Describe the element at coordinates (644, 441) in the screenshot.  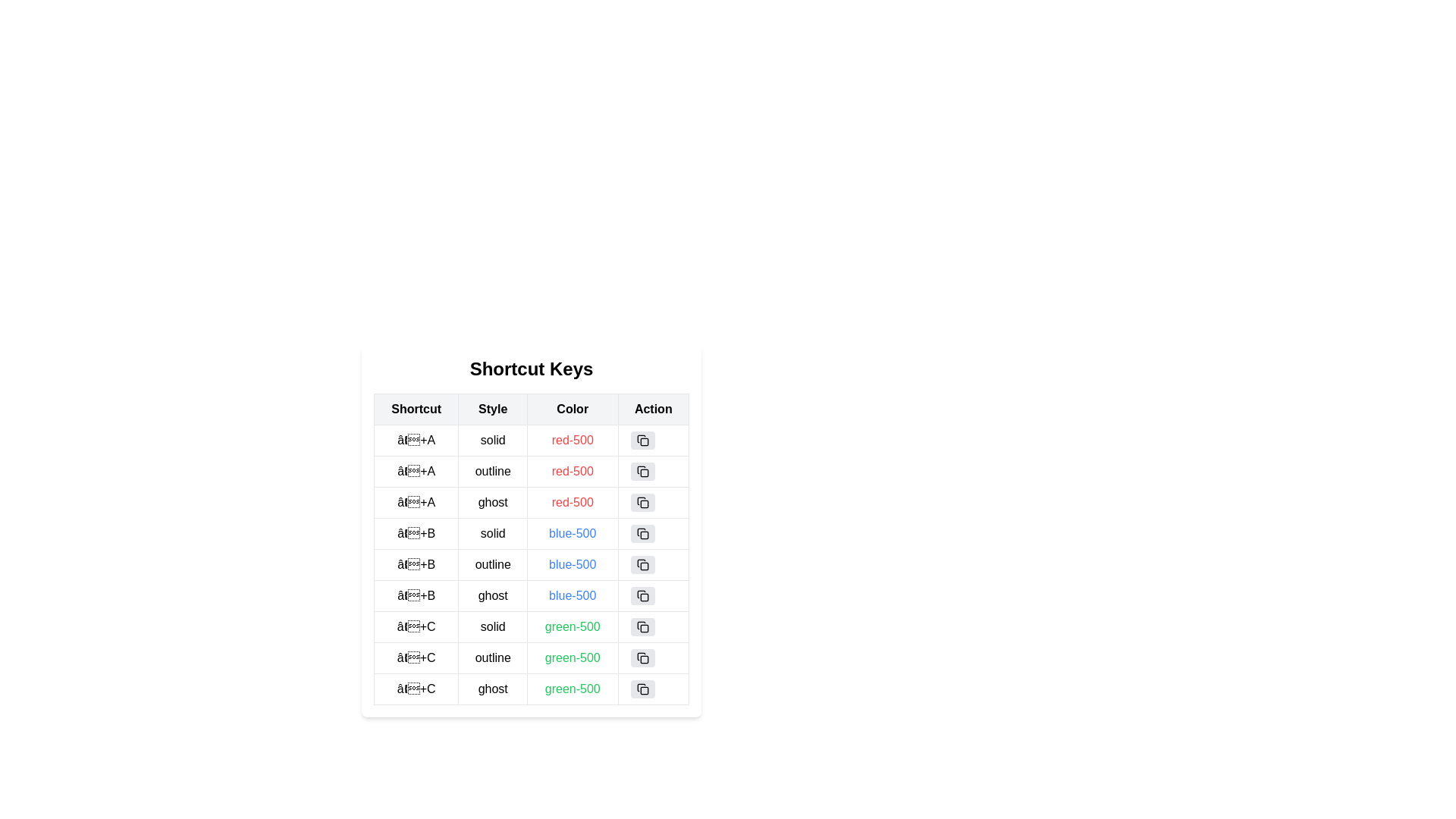
I see `the small rectangular shape with rounded corners located within the top-right copy icon in the 'Action' column of the table` at that location.